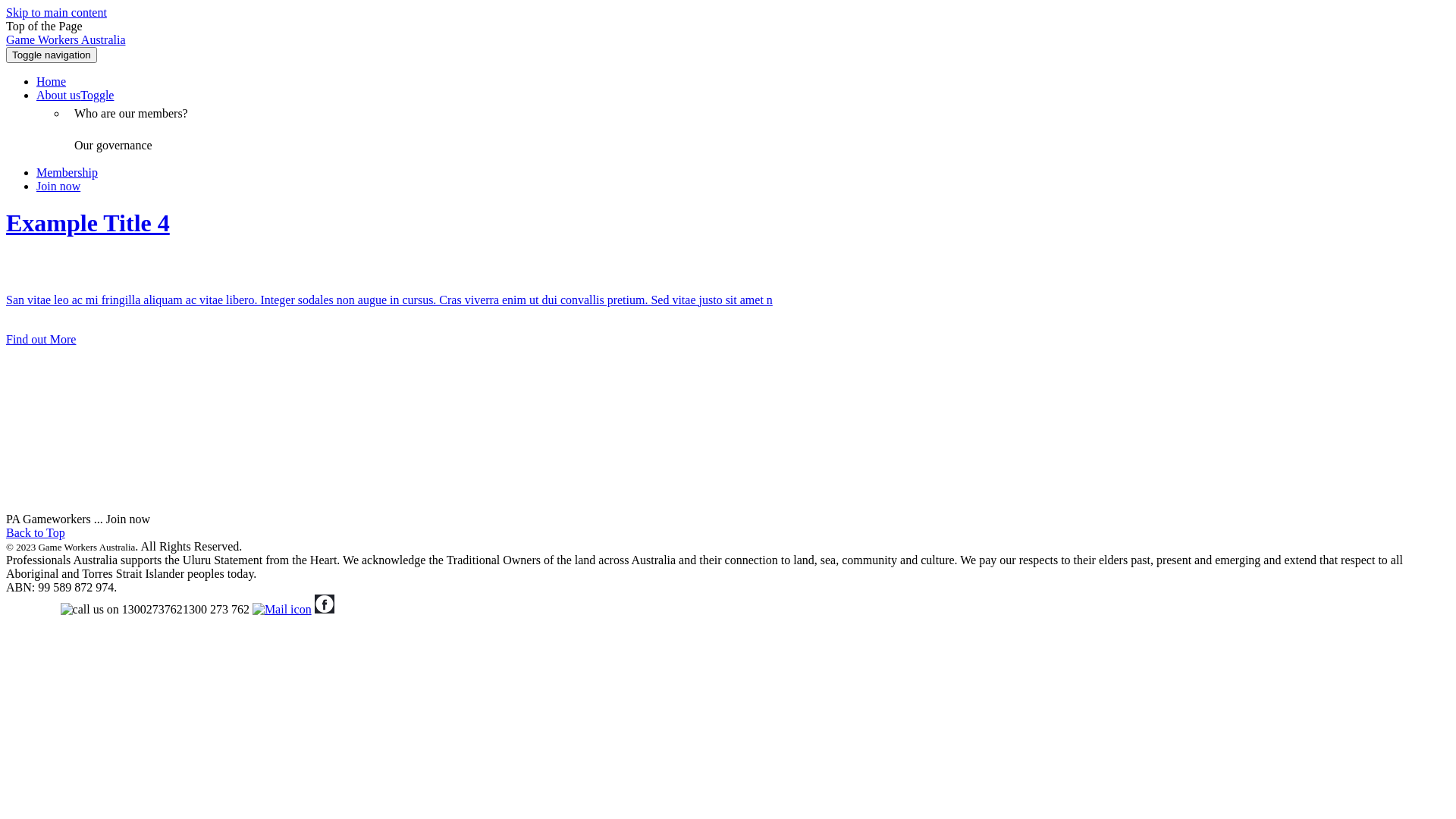  What do you see at coordinates (65, 113) in the screenshot?
I see `'Who are our members?'` at bounding box center [65, 113].